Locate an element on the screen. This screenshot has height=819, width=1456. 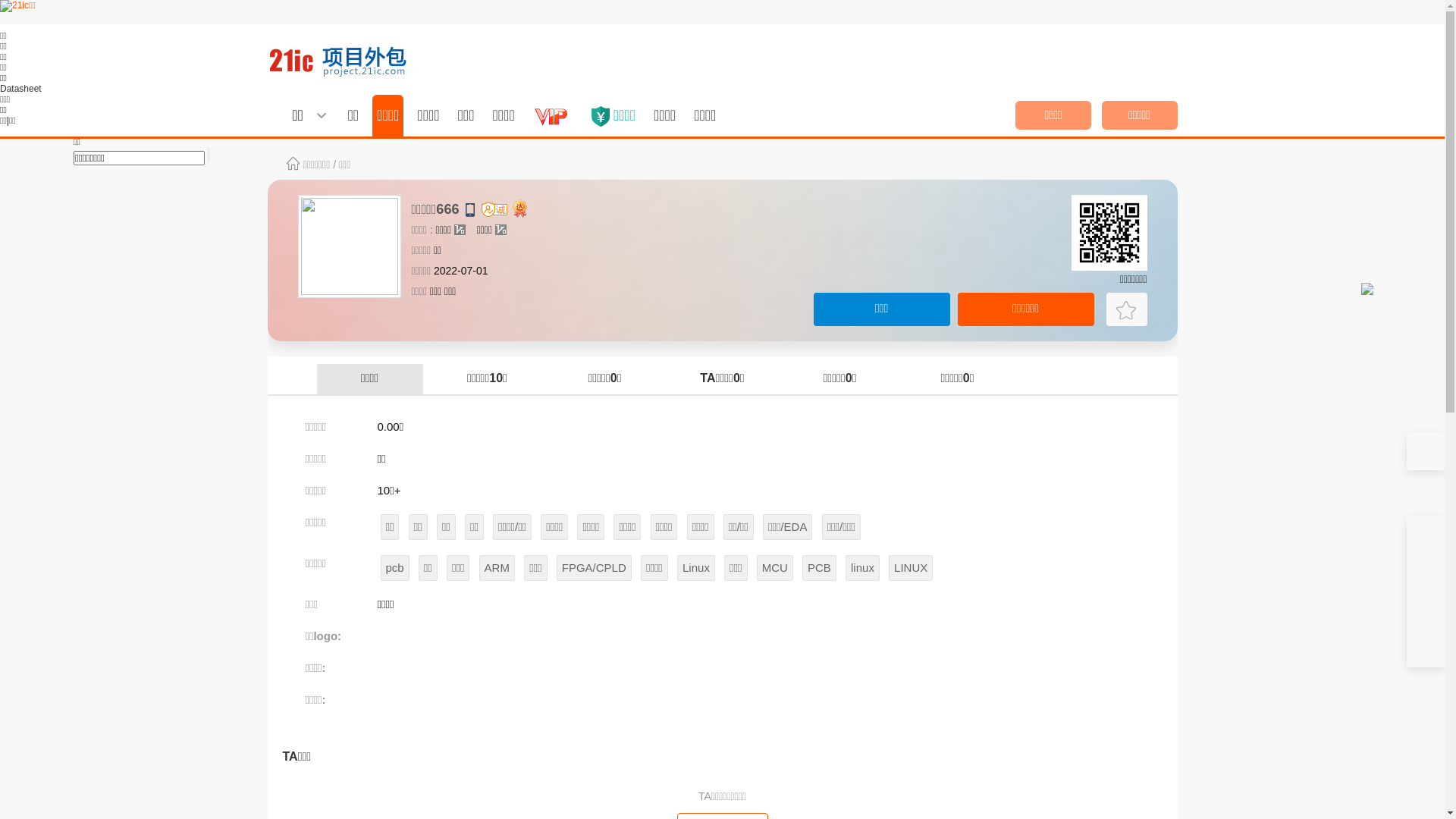
'FPGA/CPLD' is located at coordinates (593, 567).